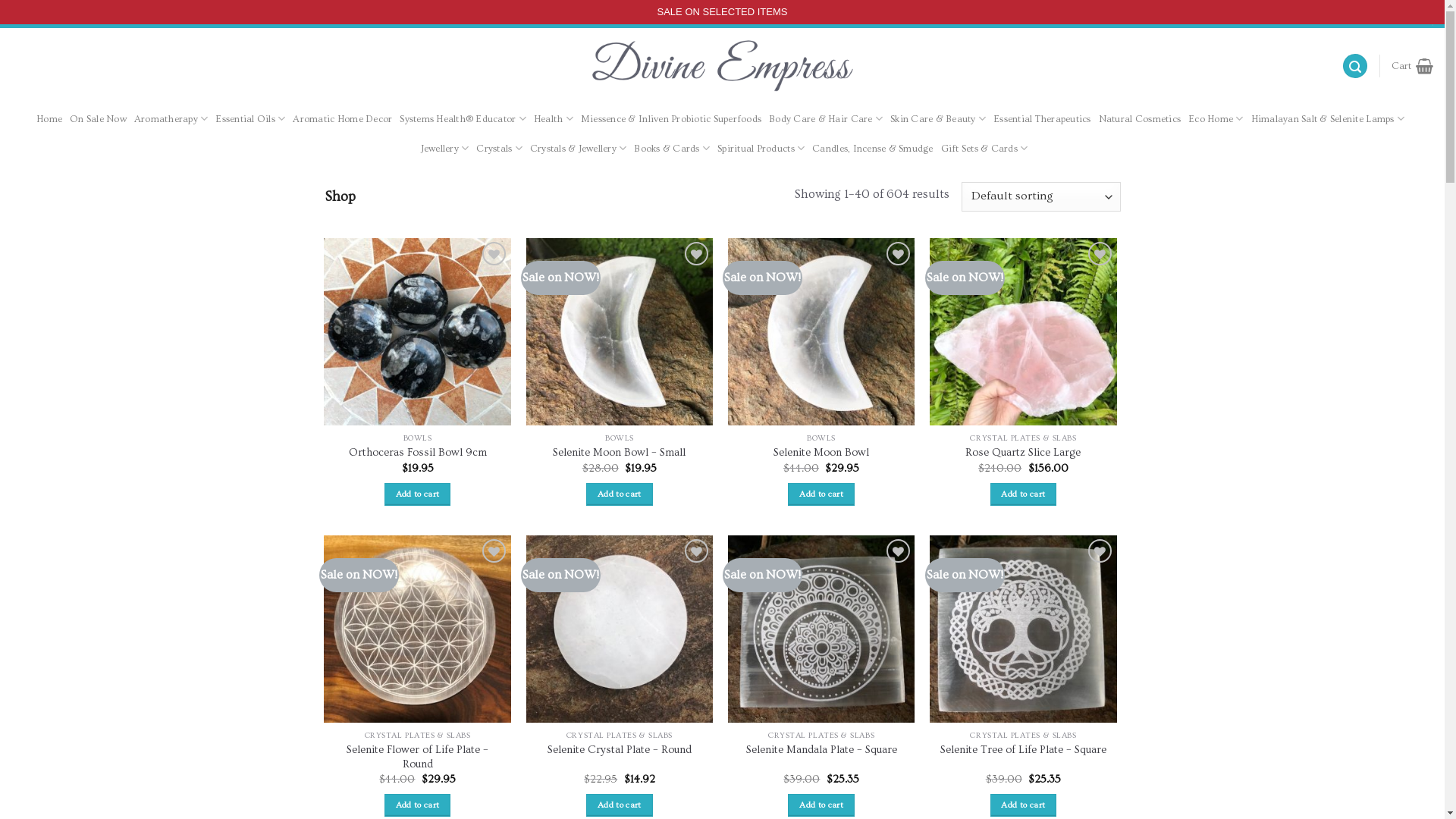 The width and height of the screenshot is (1456, 819). I want to click on 'Books & Cards', so click(633, 148).